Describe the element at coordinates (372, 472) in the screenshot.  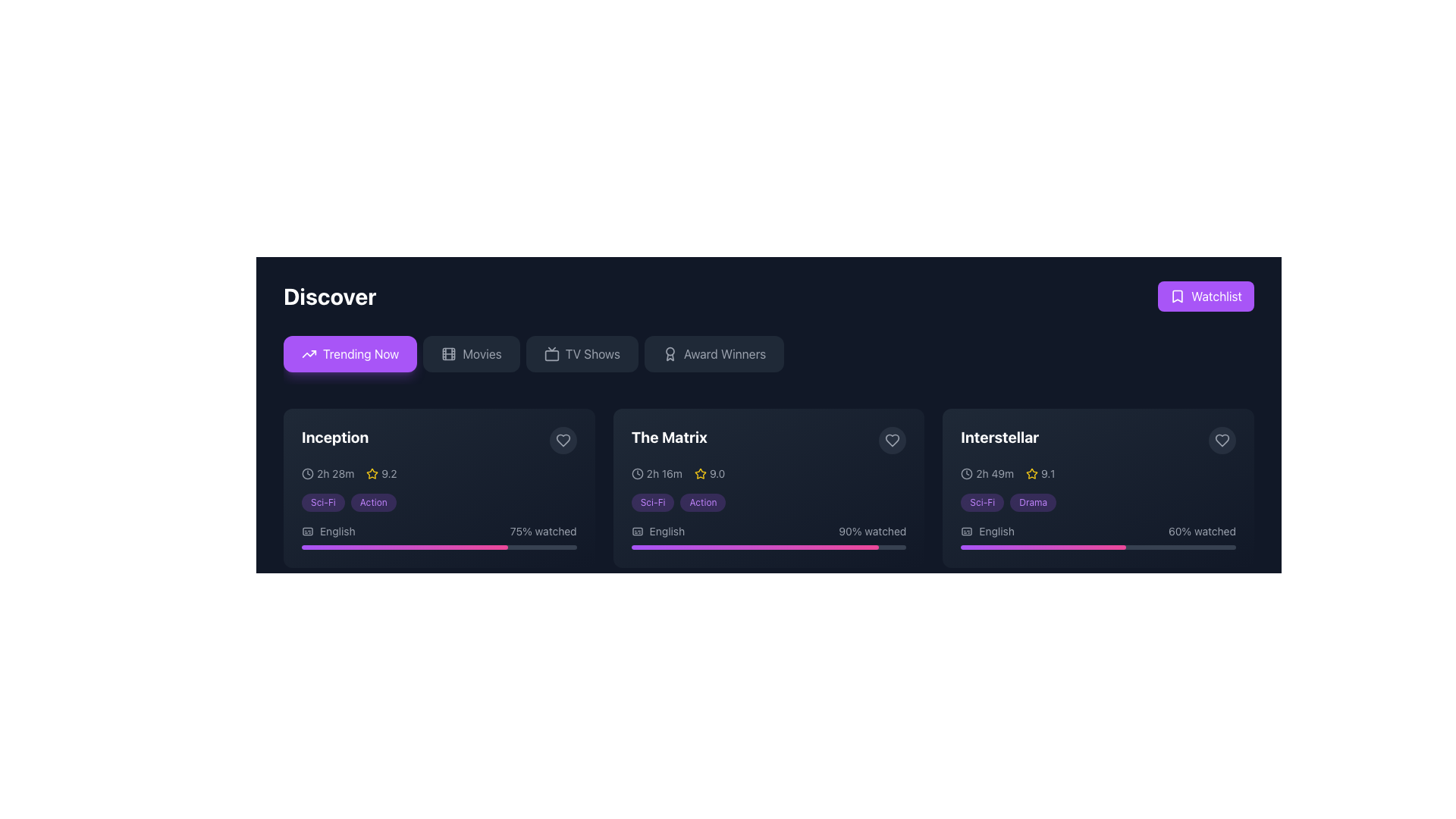
I see `the star icon indicating the rating for 'Inception', which is located at the top-center of the card and slightly to the right of the title` at that location.